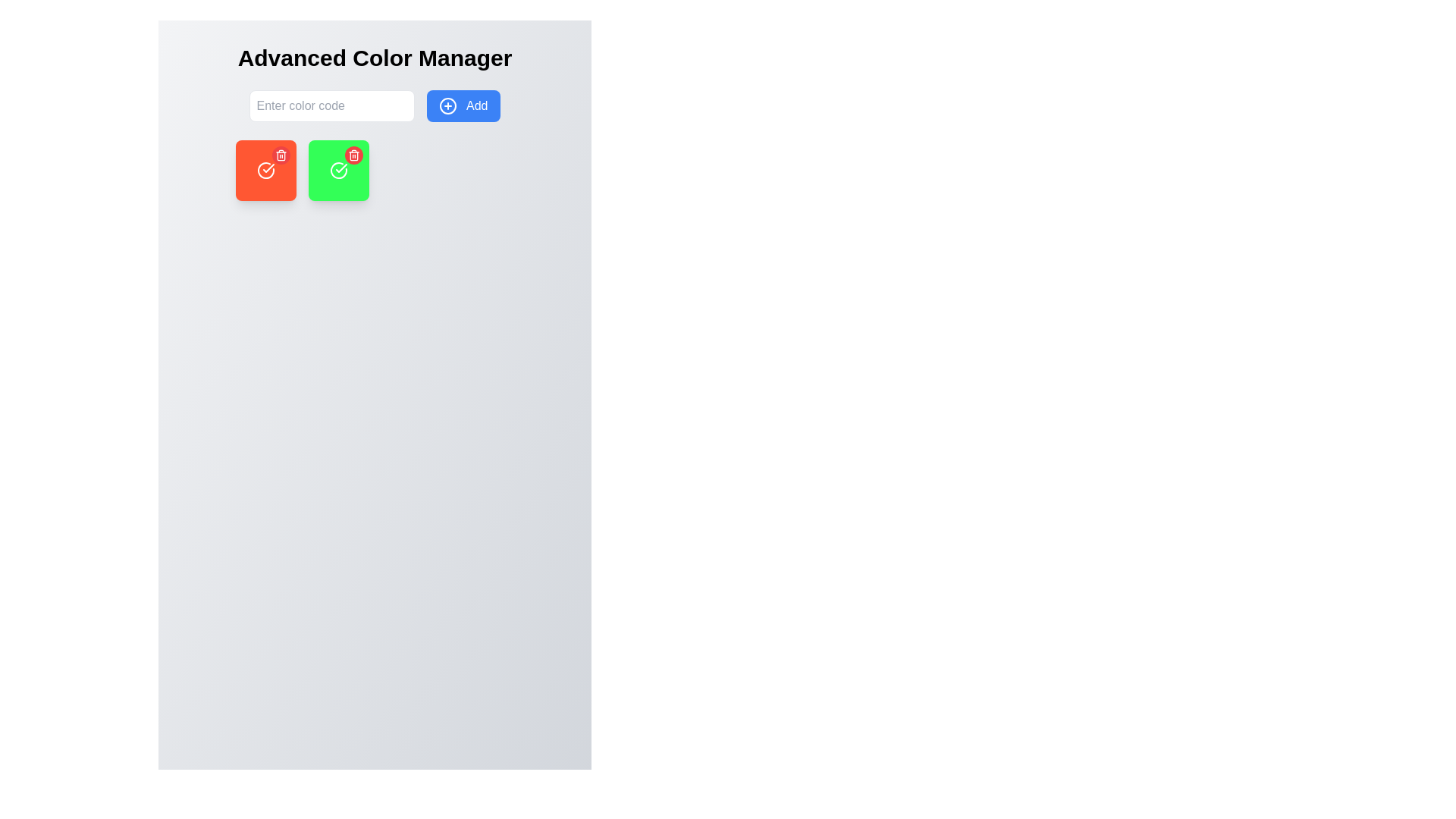 The height and width of the screenshot is (819, 1456). What do you see at coordinates (340, 168) in the screenshot?
I see `the checkmark icon within the circular SVG component in the color management interface's second row` at bounding box center [340, 168].